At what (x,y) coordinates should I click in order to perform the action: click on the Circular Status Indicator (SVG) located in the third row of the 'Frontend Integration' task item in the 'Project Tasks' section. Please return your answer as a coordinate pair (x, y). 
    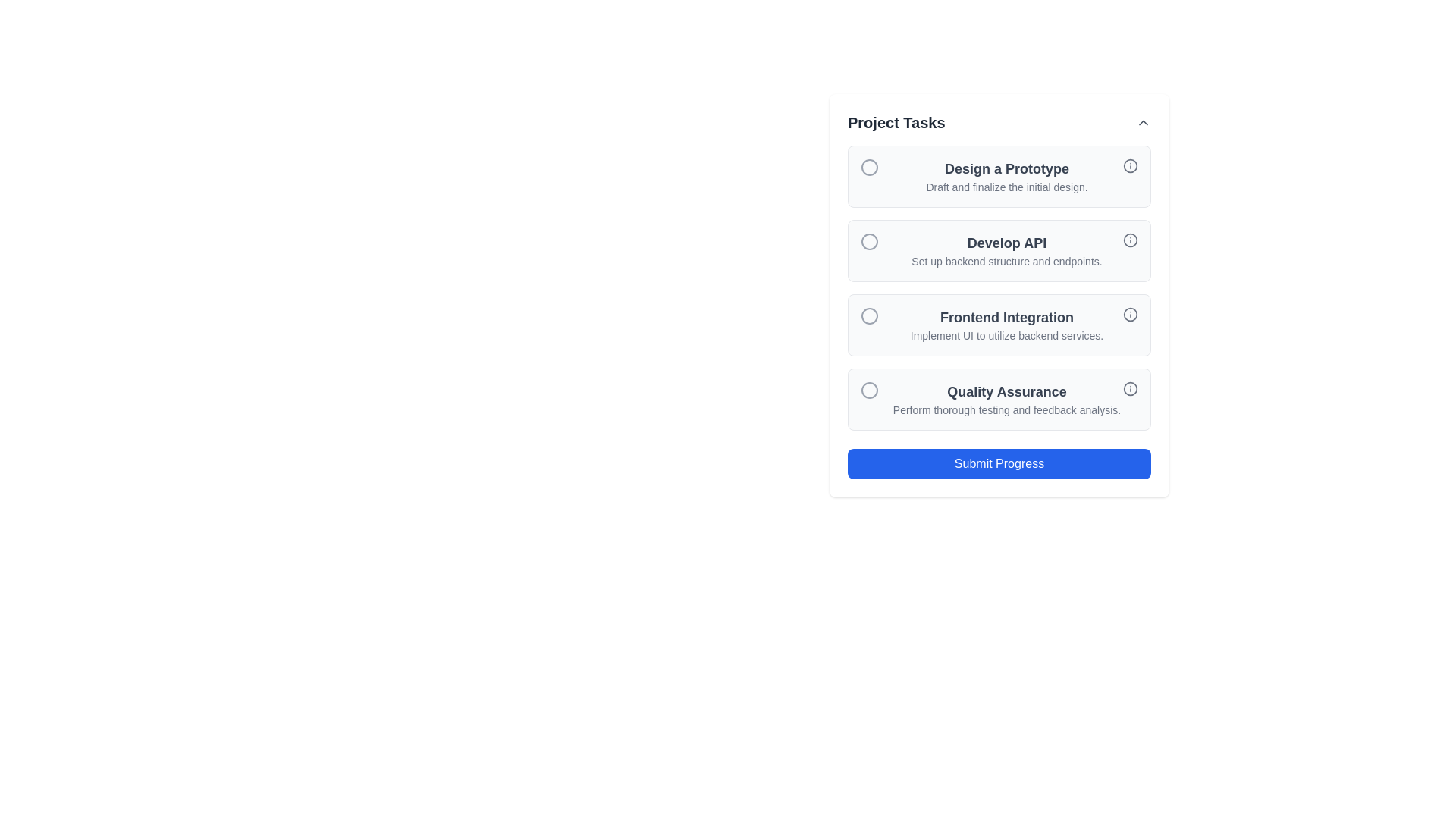
    Looking at the image, I should click on (870, 315).